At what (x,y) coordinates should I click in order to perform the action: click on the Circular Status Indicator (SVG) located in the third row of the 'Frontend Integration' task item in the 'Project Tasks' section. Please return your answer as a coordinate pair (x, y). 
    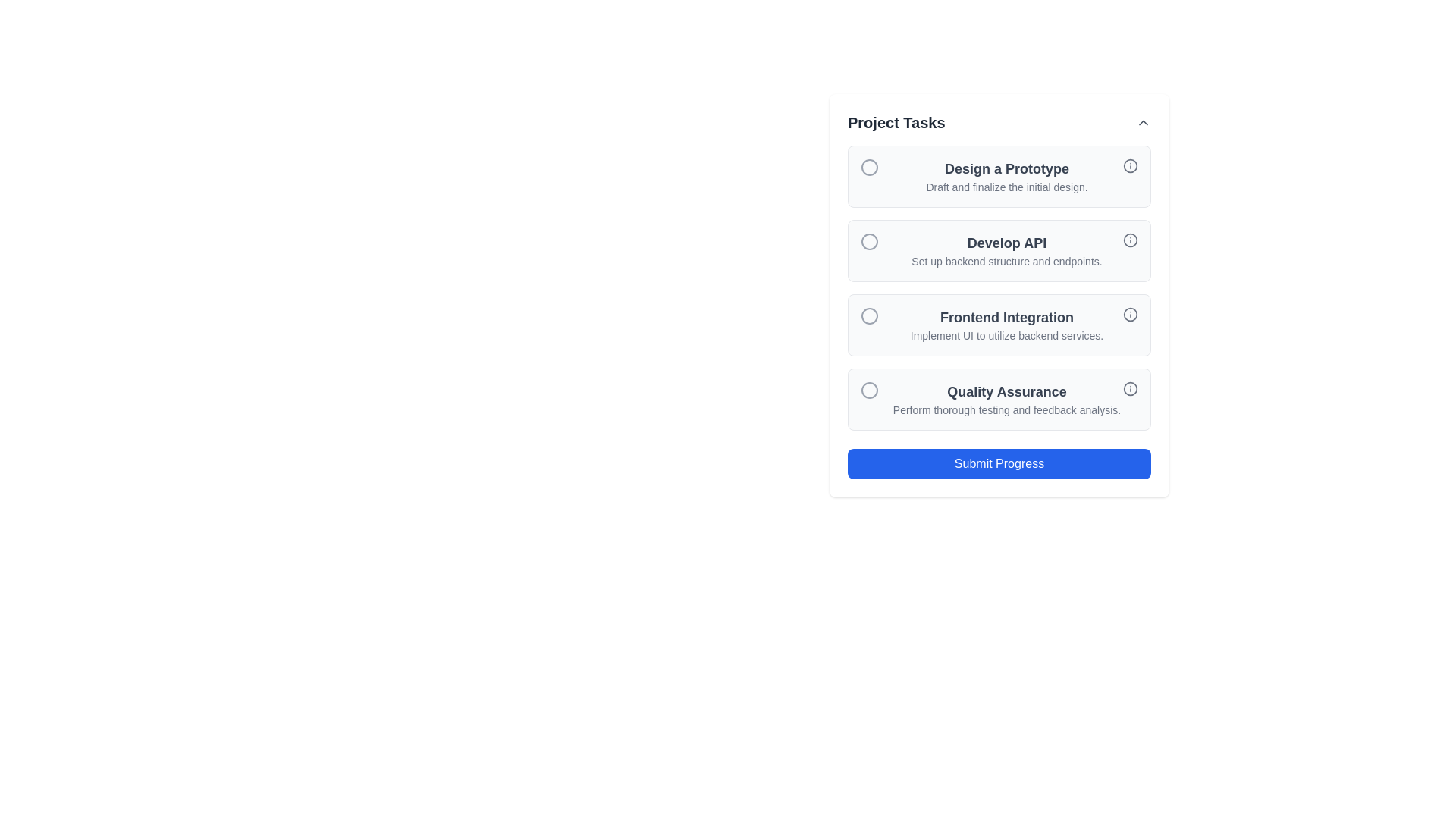
    Looking at the image, I should click on (870, 315).